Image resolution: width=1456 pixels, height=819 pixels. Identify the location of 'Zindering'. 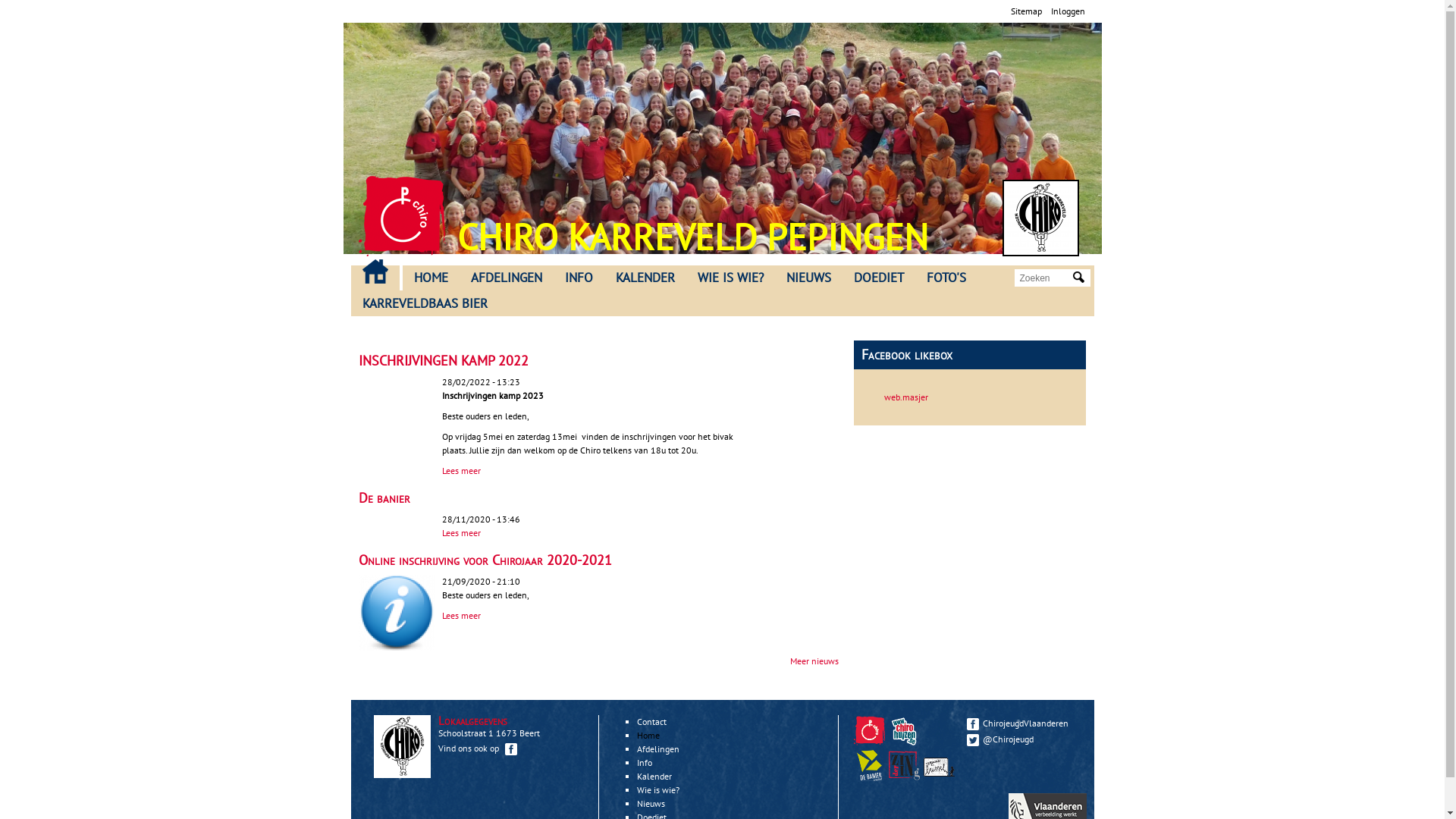
(906, 777).